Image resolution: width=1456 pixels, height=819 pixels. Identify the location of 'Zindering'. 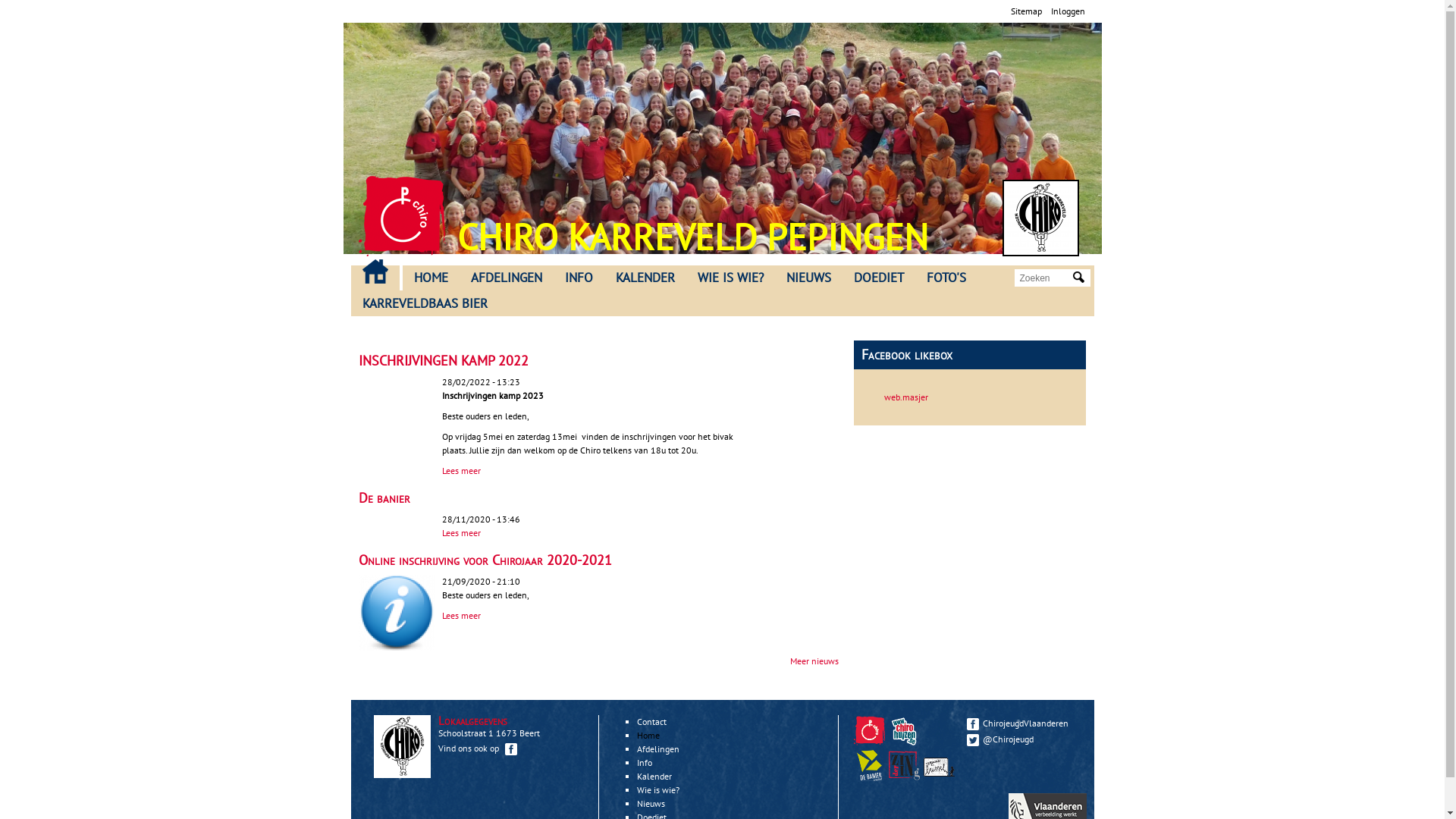
(906, 777).